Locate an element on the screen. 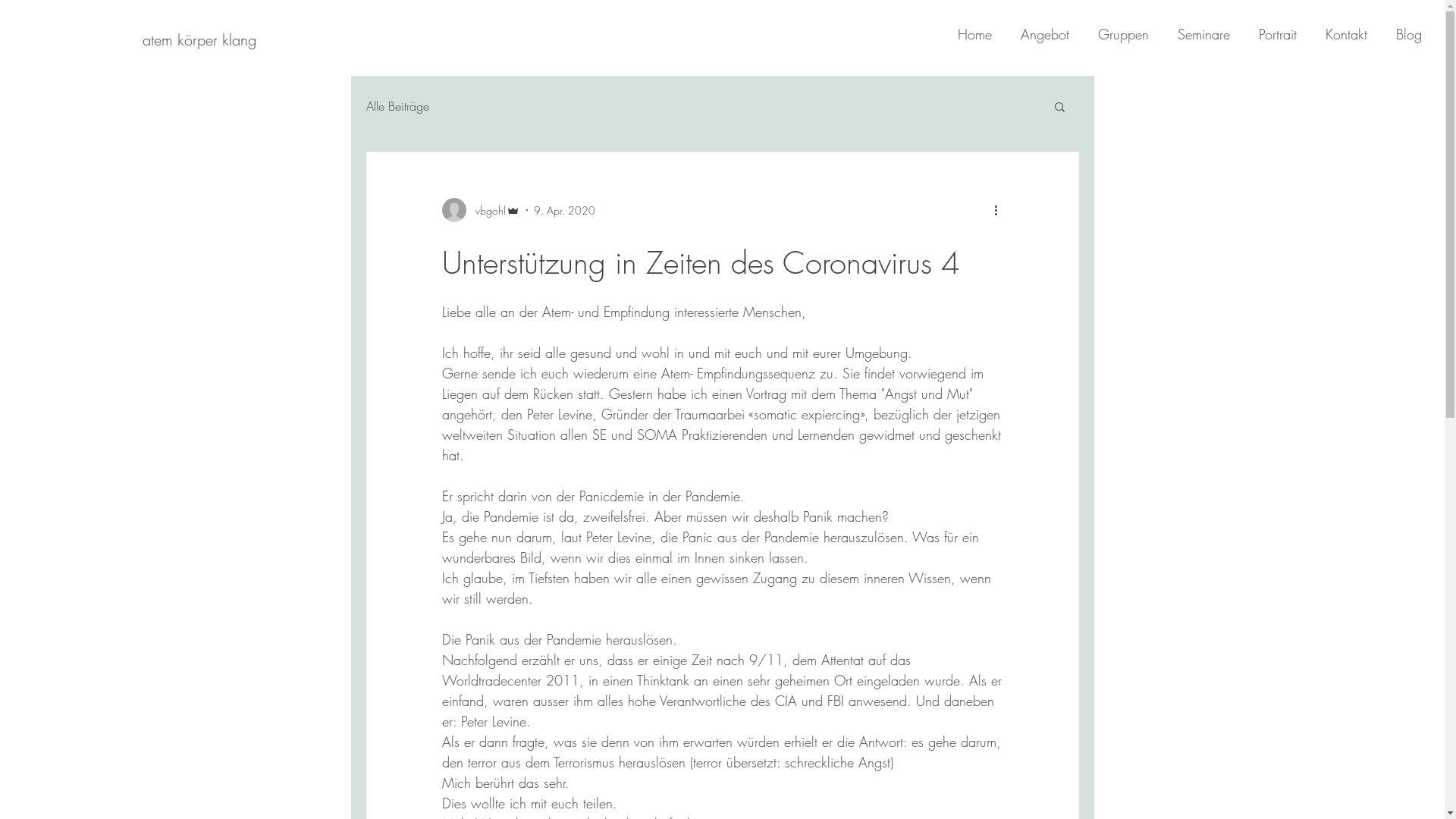  'Gruppen' is located at coordinates (1116, 34).